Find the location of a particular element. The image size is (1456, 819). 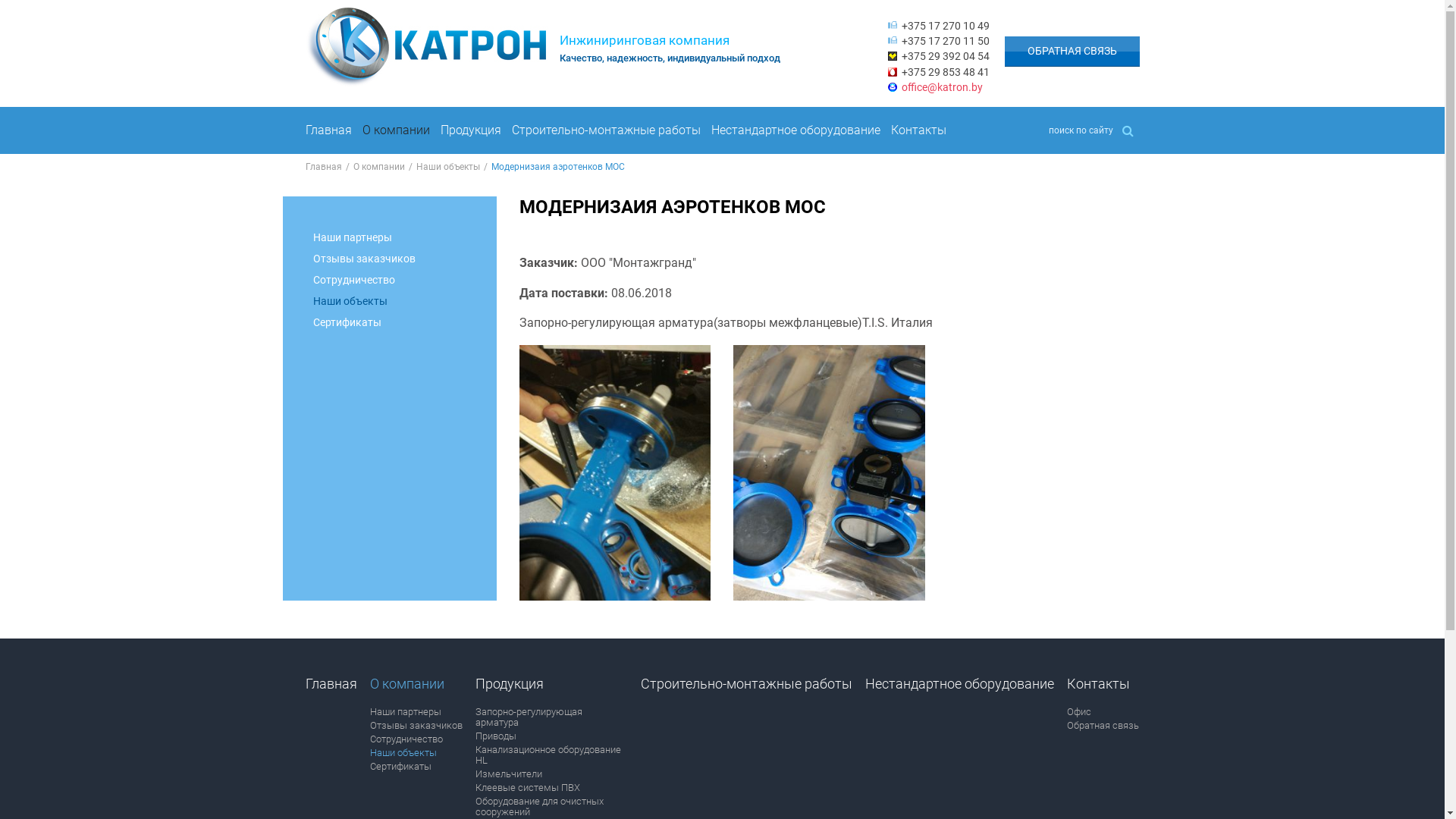

'office@katron.by' is located at coordinates (901, 87).